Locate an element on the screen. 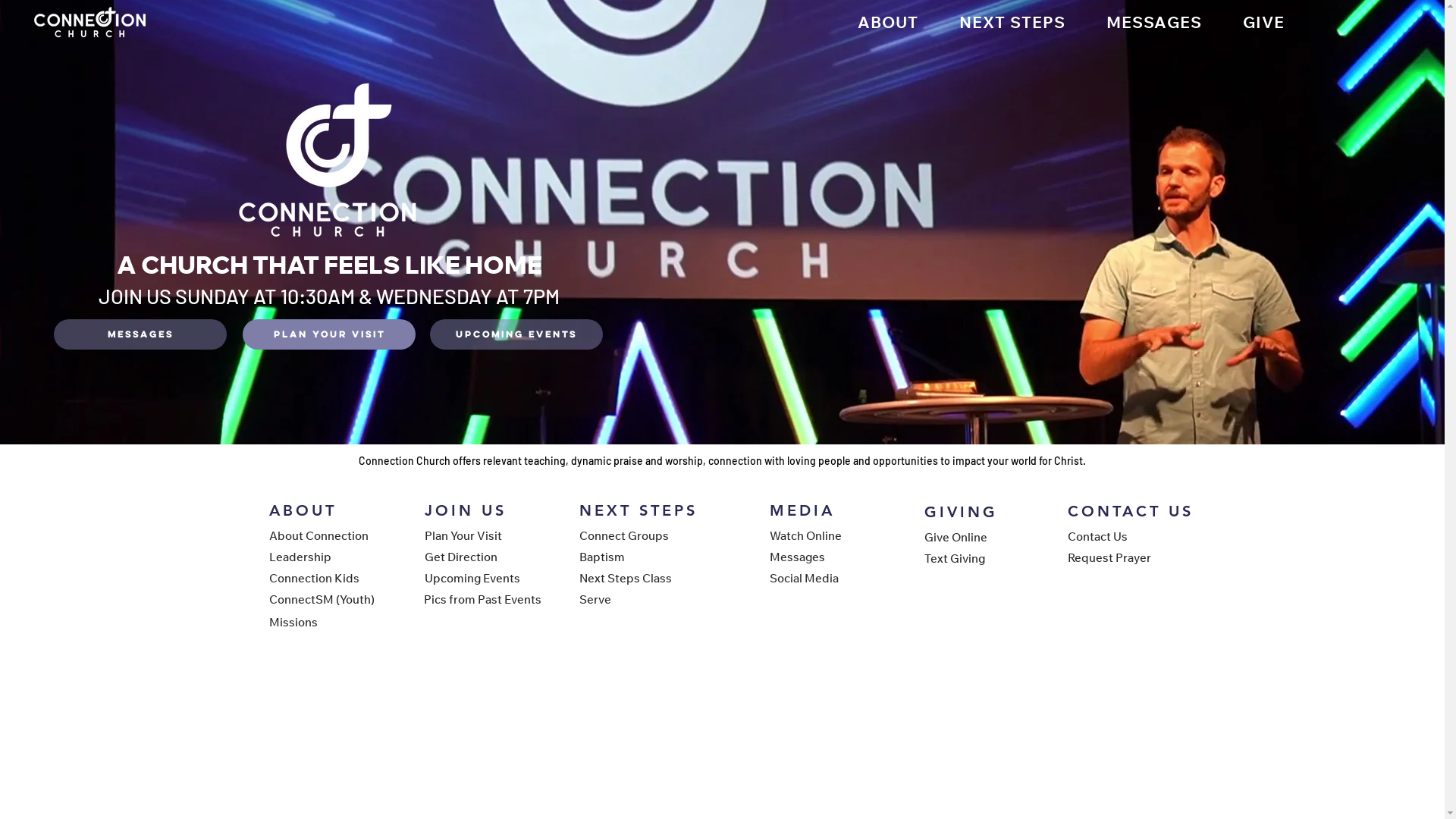 The height and width of the screenshot is (819, 1456). 'Connection Kids' is located at coordinates (268, 578).